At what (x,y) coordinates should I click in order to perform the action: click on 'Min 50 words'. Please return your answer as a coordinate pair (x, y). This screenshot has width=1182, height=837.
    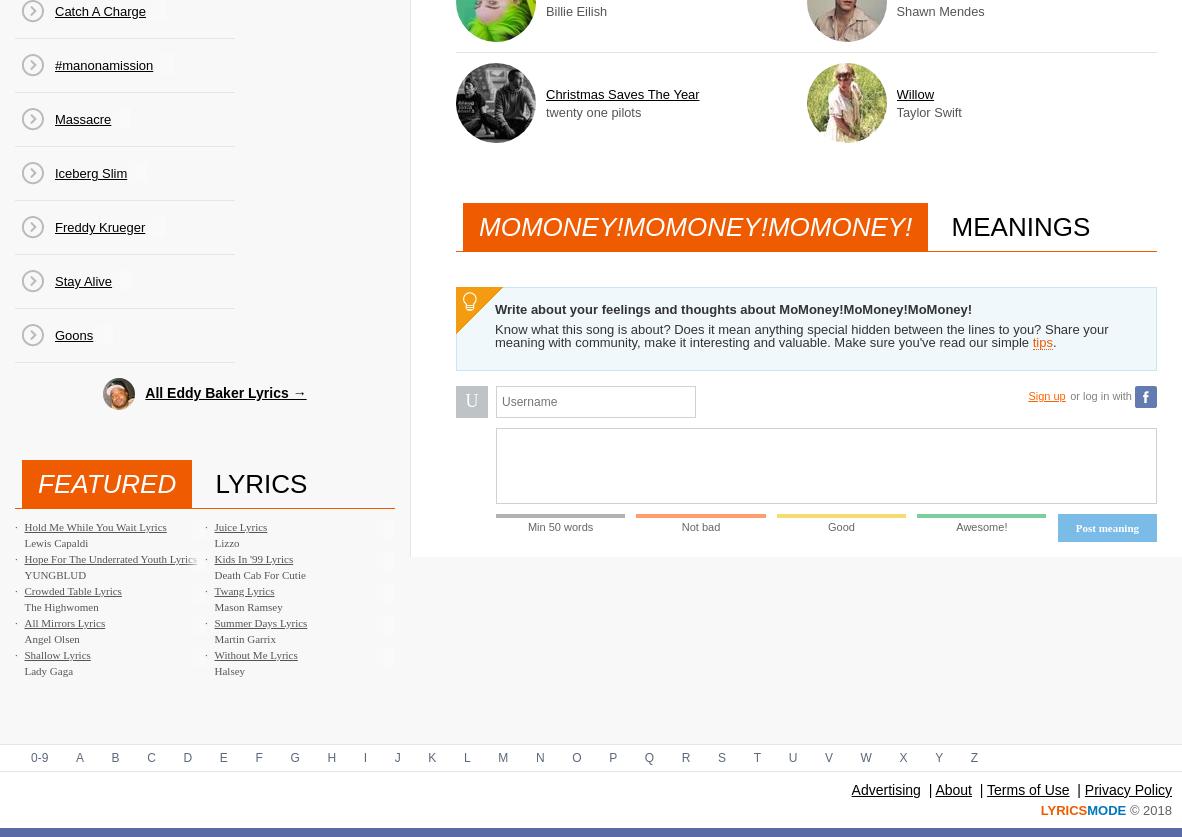
    Looking at the image, I should click on (560, 525).